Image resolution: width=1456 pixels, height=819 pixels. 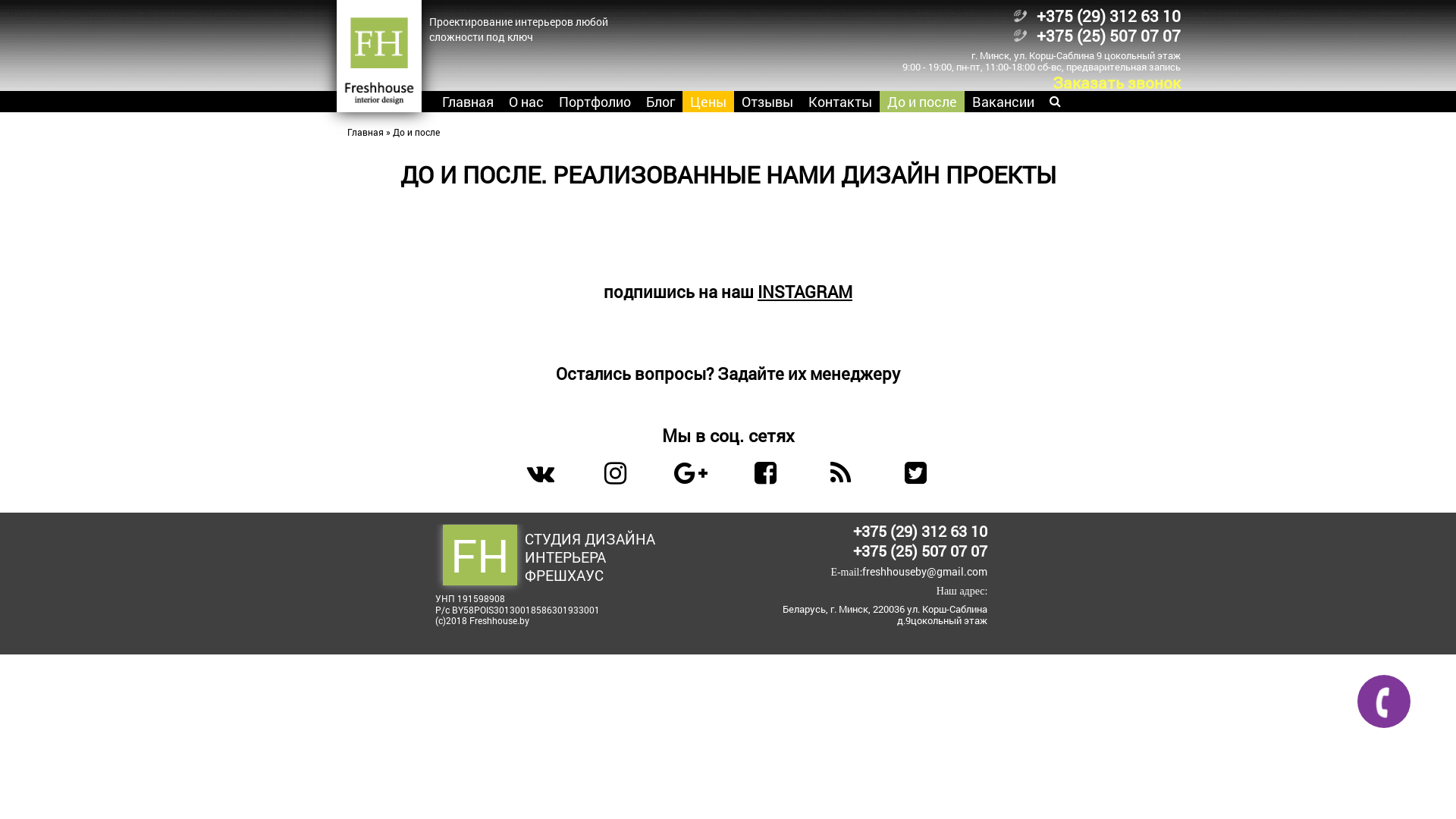 I want to click on 'freshhouseby@gmail.com', so click(x=924, y=571).